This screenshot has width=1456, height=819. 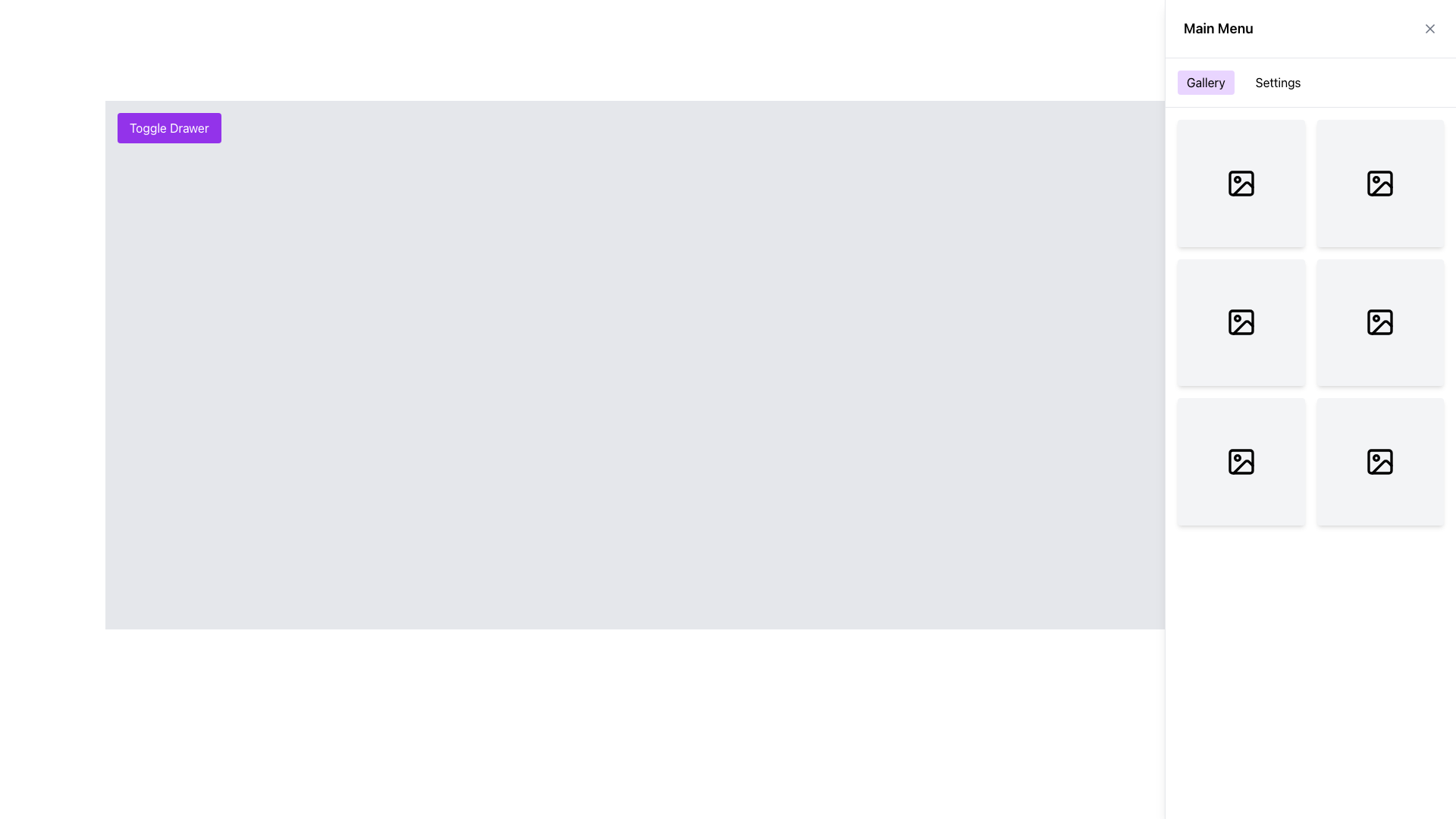 What do you see at coordinates (1277, 82) in the screenshot?
I see `the 'Settings' button` at bounding box center [1277, 82].